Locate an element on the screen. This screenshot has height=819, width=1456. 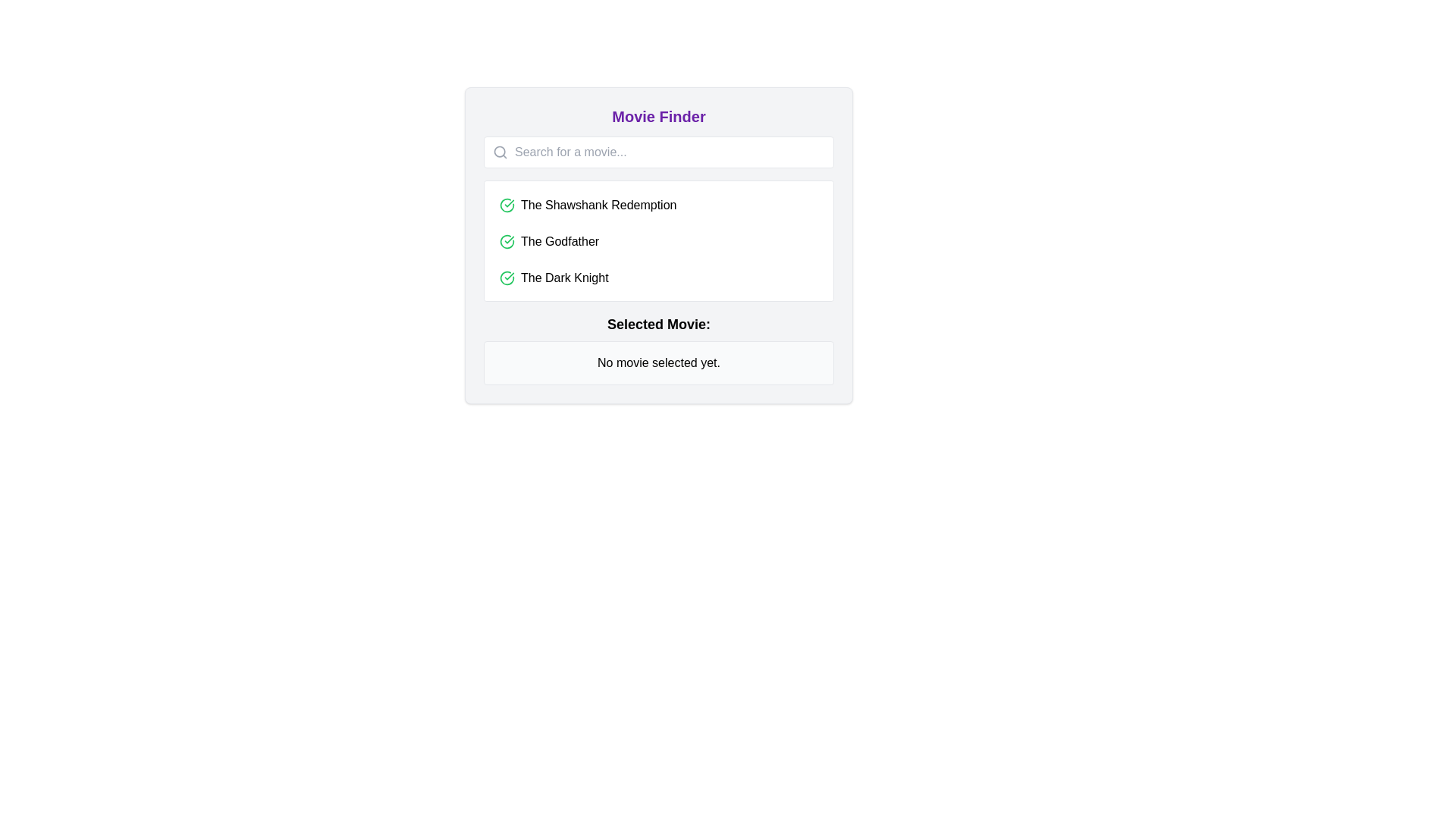
the icon of the topmost list item in the vertically stacked selectable items, located below the search bar and above 'The Godfather' text element is located at coordinates (658, 205).